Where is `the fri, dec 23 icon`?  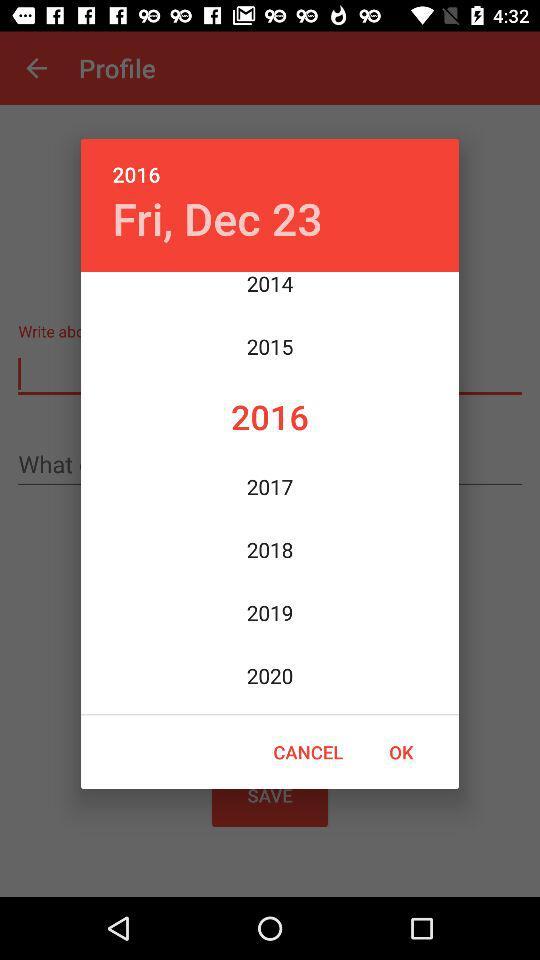 the fri, dec 23 icon is located at coordinates (216, 218).